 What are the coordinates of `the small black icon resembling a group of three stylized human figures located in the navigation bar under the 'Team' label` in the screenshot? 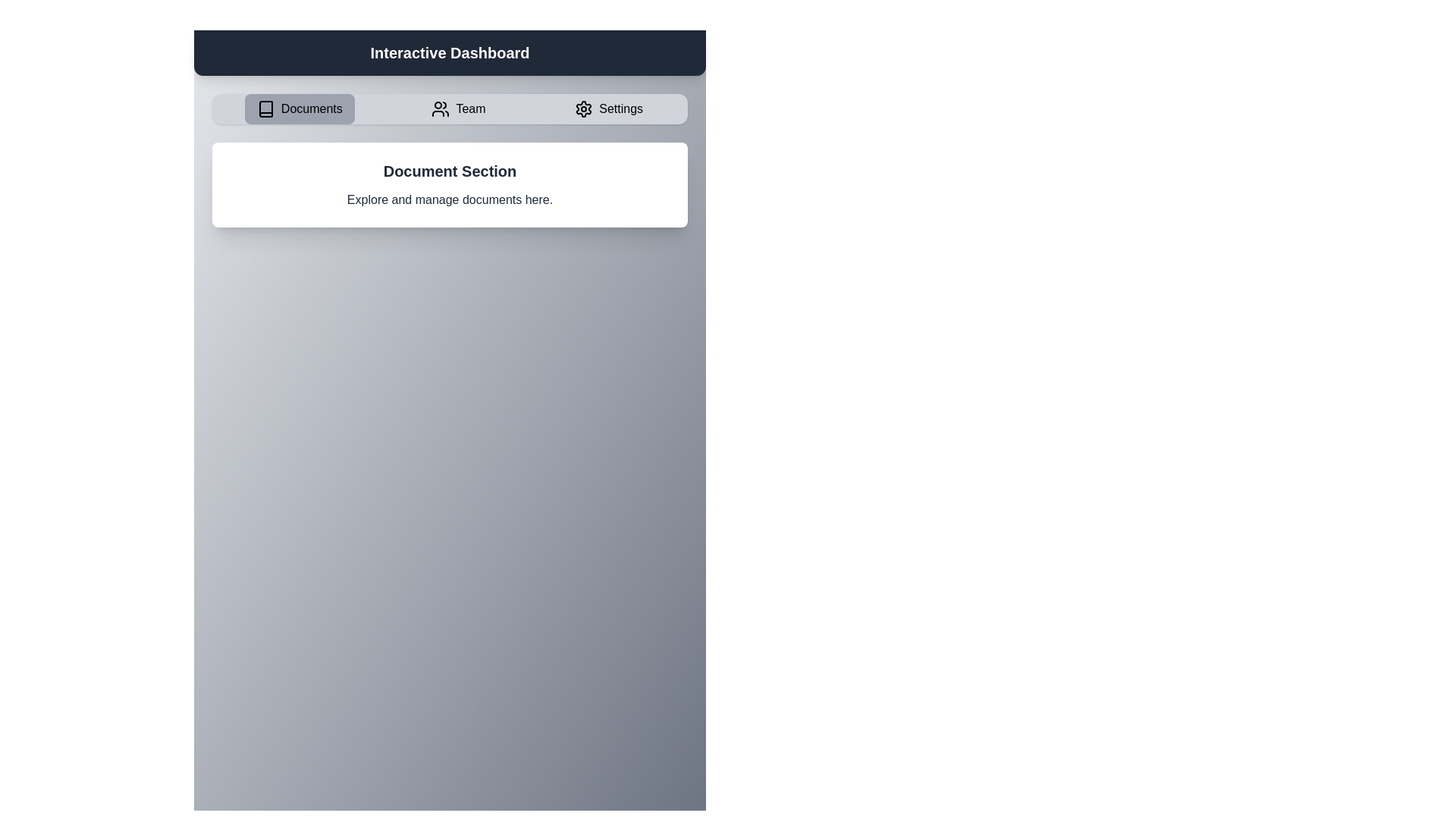 It's located at (440, 108).